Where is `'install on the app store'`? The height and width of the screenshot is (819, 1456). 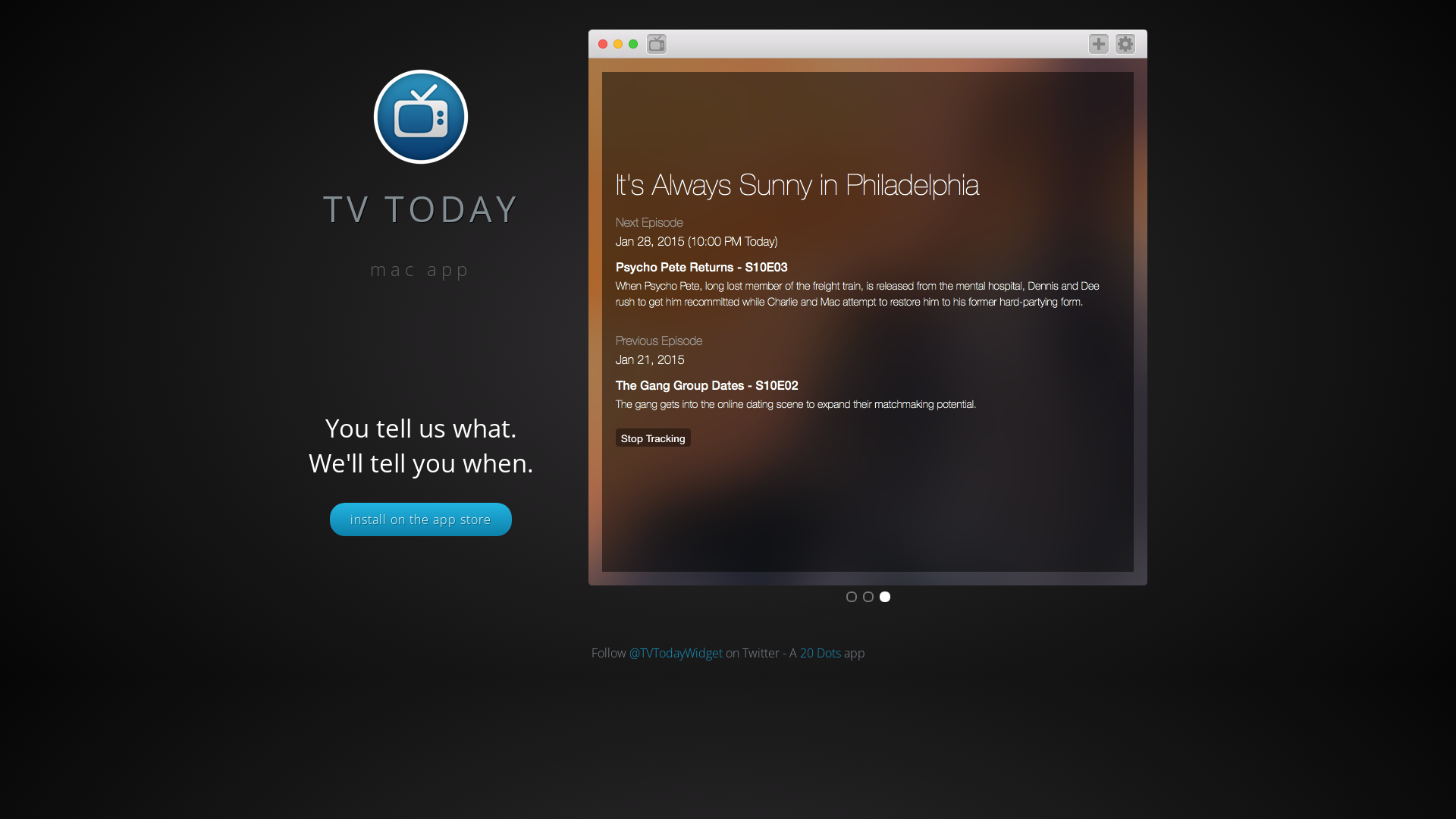
'install on the app store' is located at coordinates (421, 519).